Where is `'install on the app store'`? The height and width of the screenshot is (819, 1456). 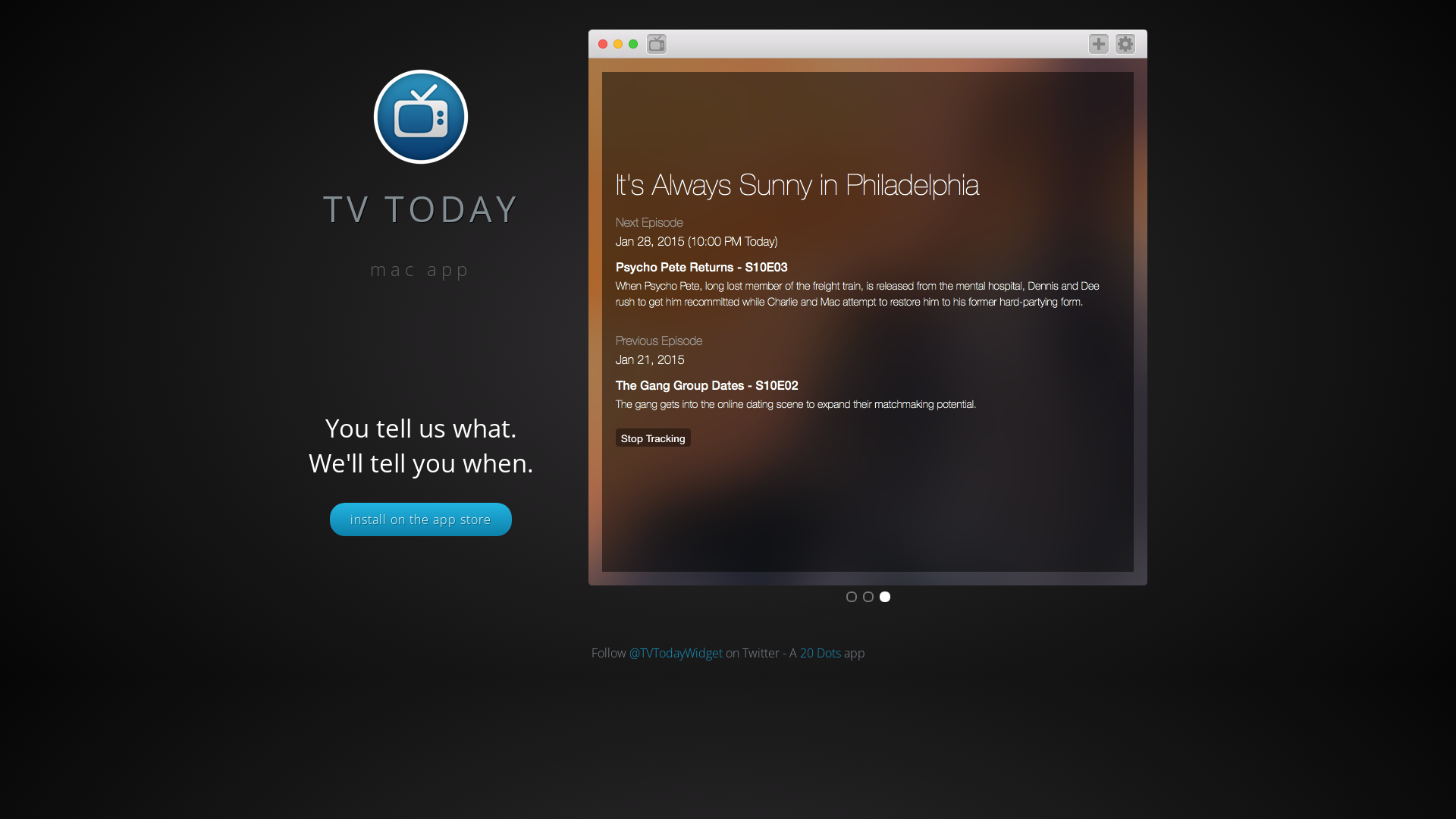
'install on the app store' is located at coordinates (421, 519).